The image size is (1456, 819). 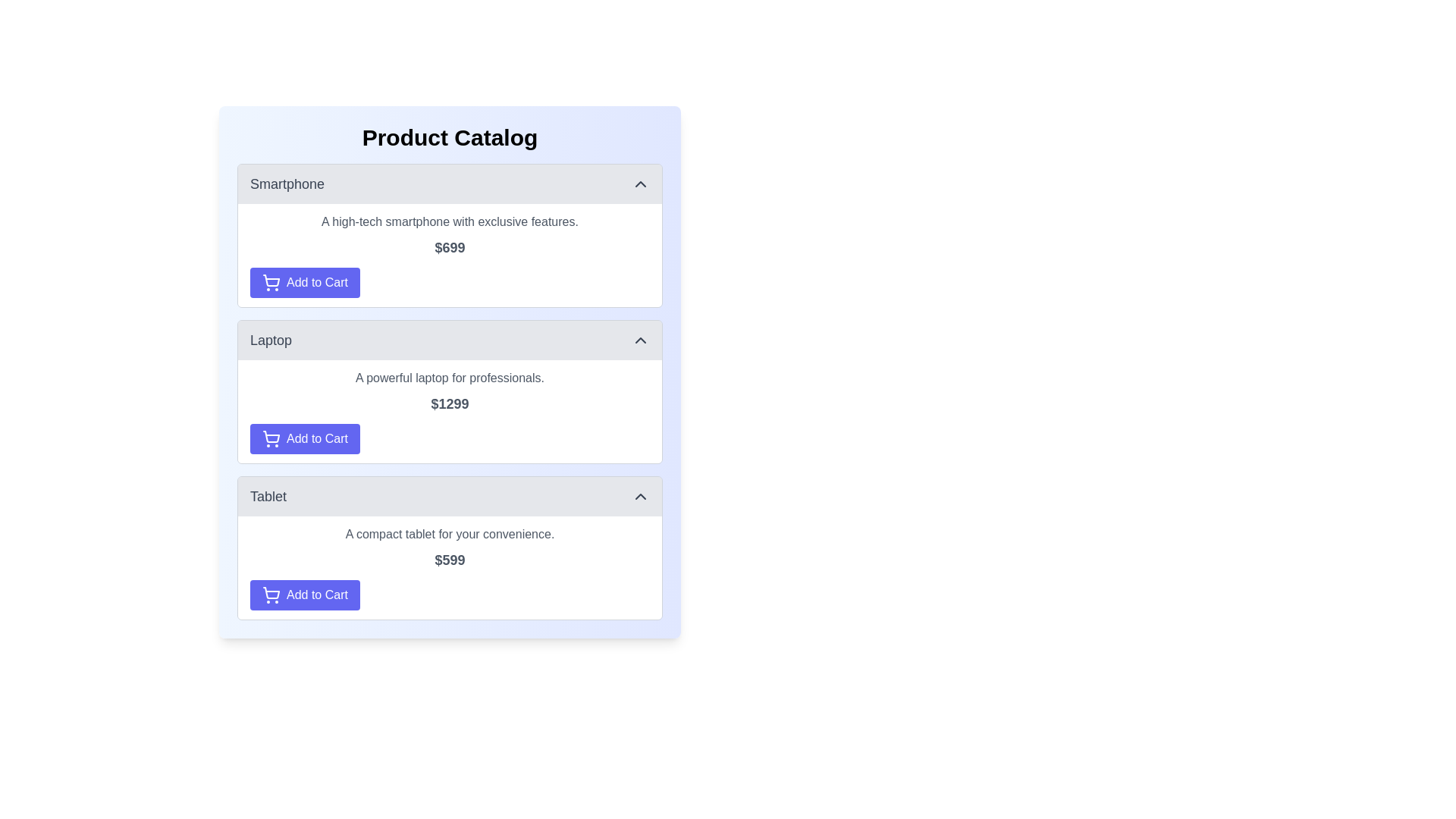 What do you see at coordinates (449, 534) in the screenshot?
I see `the descriptive text 'A compact tablet for your convenience.' located in the Tablet section of the product catalog` at bounding box center [449, 534].